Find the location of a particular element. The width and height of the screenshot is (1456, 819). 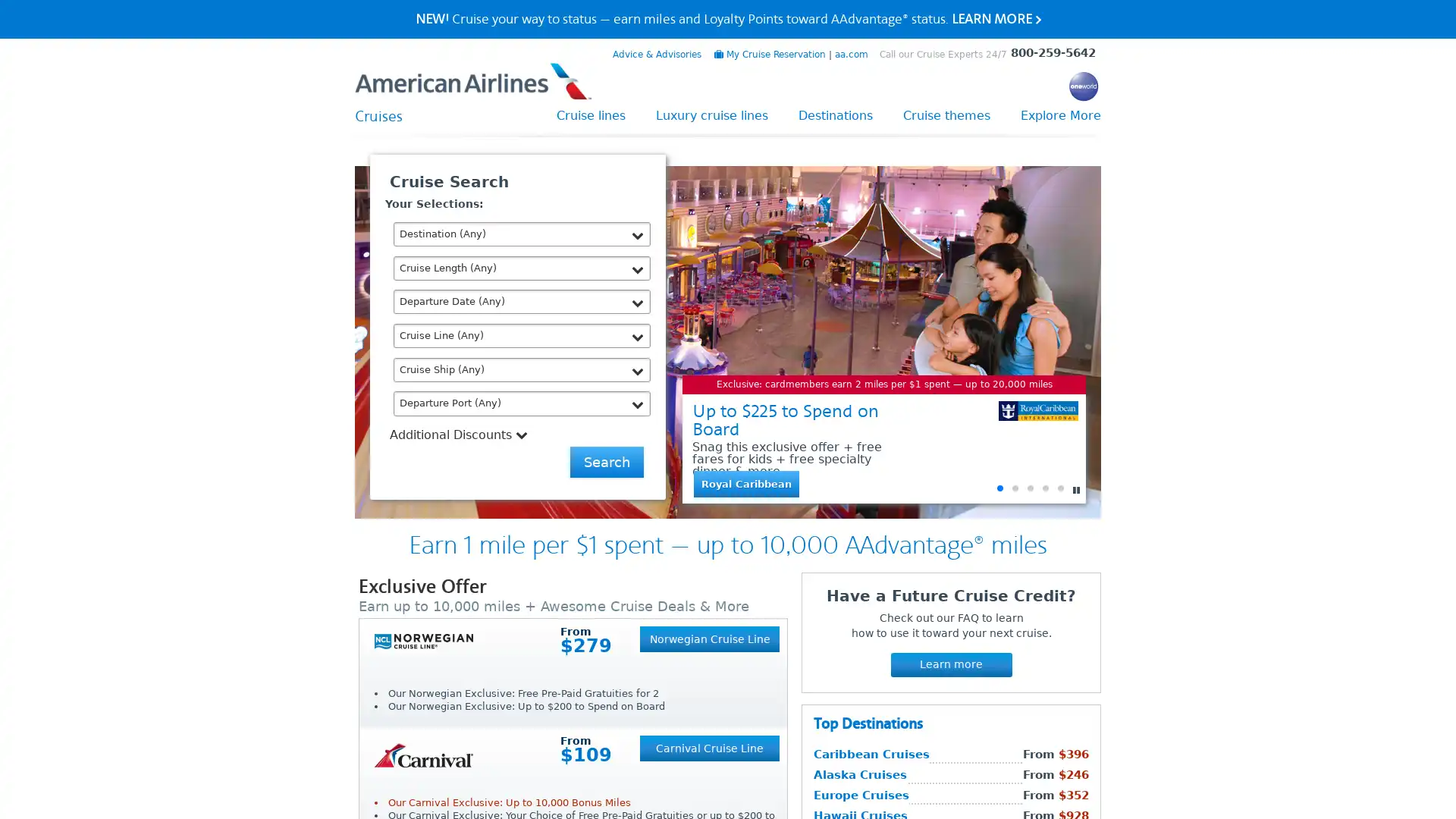

Additional Discounts is located at coordinates (522, 435).